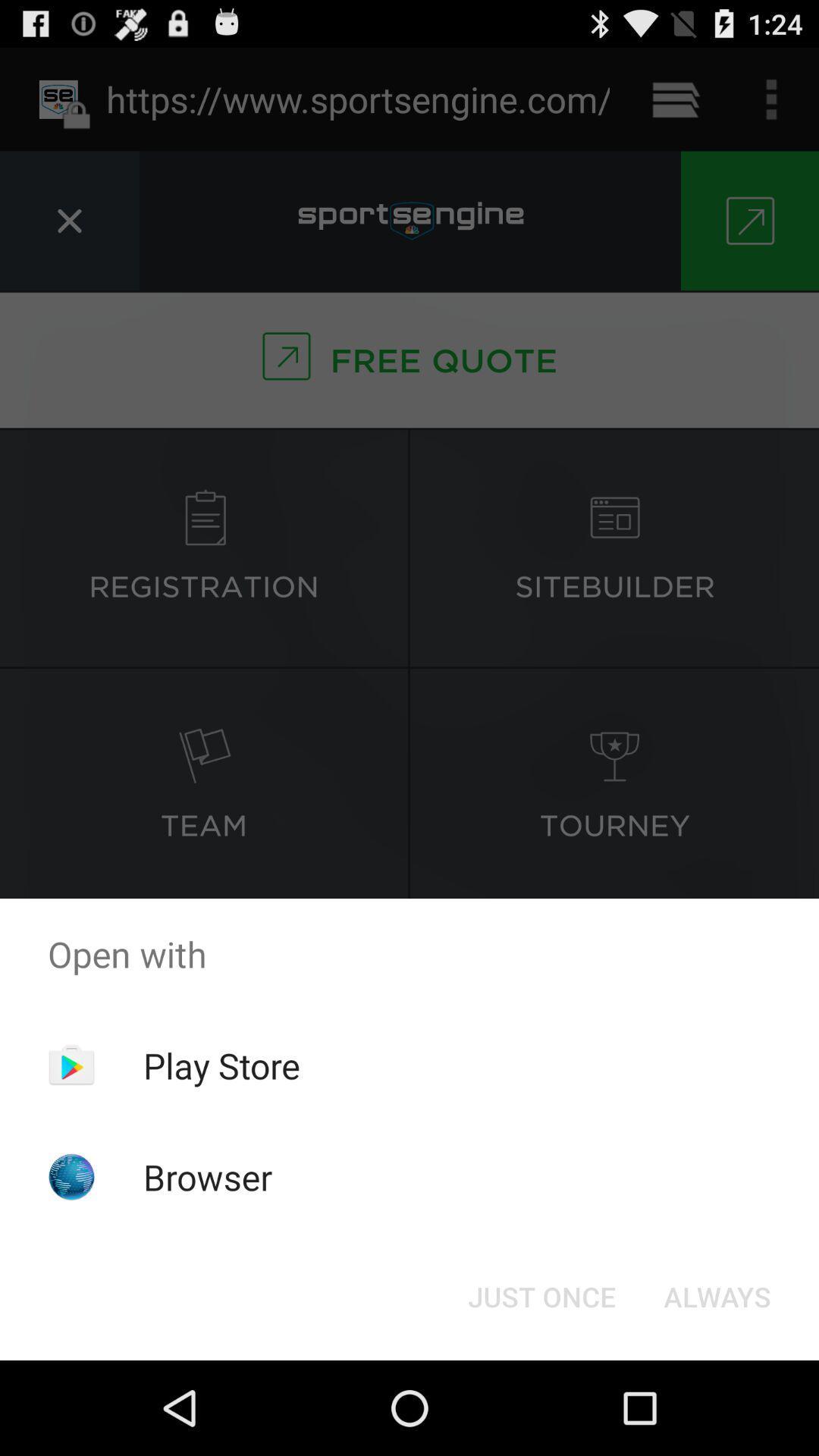 The height and width of the screenshot is (1456, 819). Describe the element at coordinates (717, 1295) in the screenshot. I see `item next to just once item` at that location.